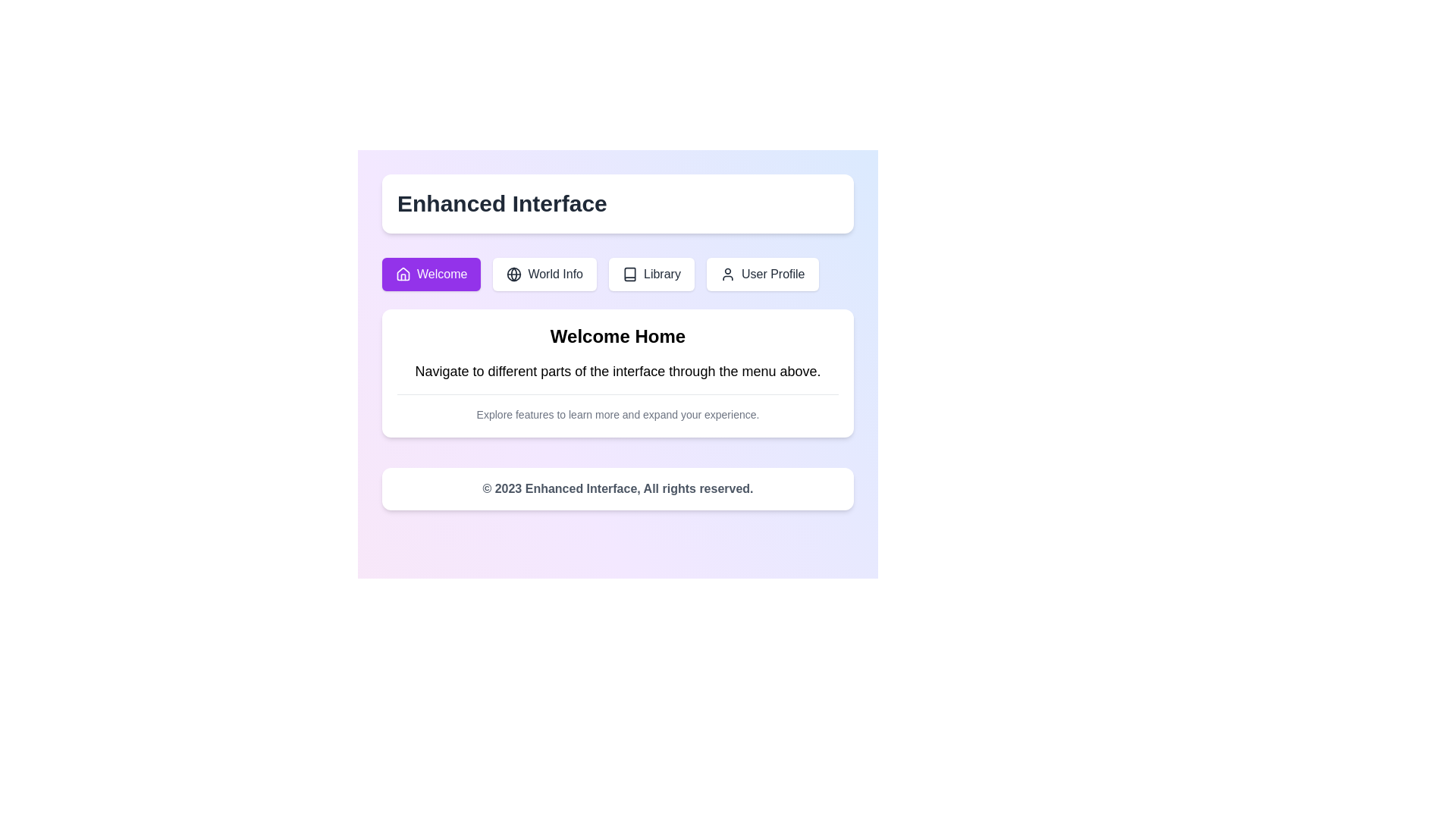 The height and width of the screenshot is (819, 1456). I want to click on the 'Library' button in the navigation menu, which features a book icon and is the third button from the left, so click(662, 274).